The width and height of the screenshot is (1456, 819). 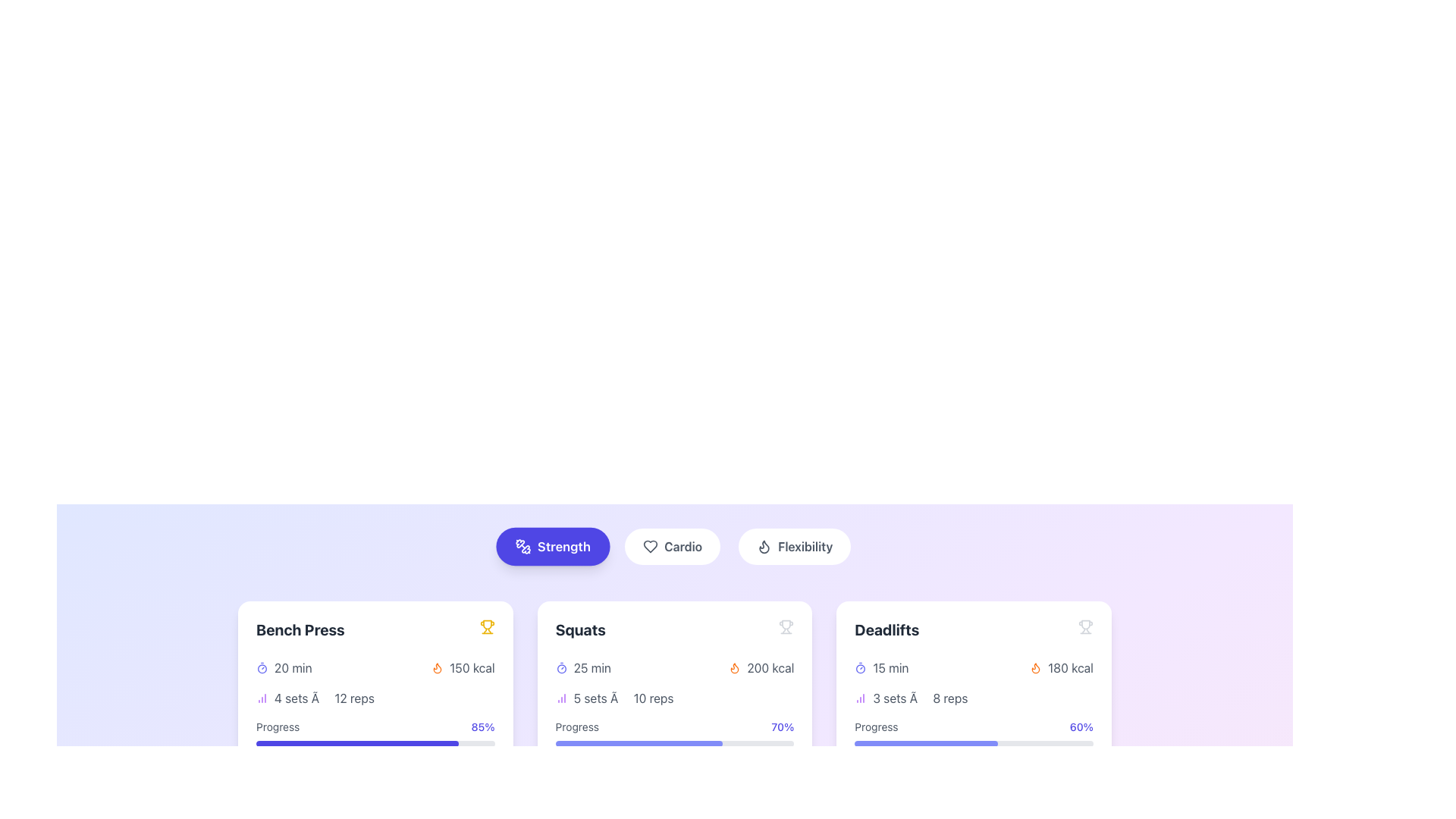 I want to click on the filled segment of the horizontal progress bar in vivid purple under the 'Bench Press' section, next to the '85%' text, so click(x=356, y=742).